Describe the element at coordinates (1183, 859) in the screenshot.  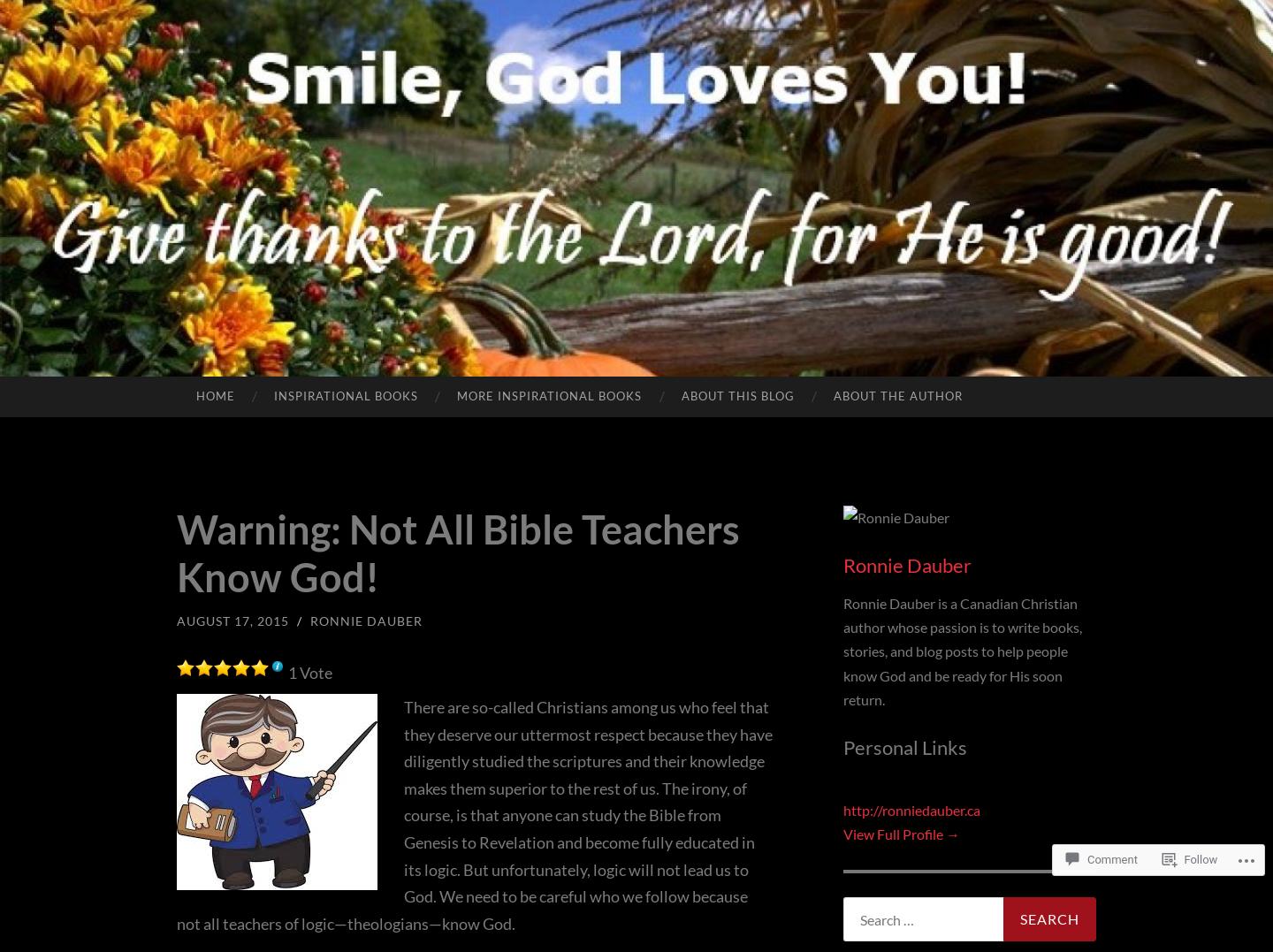
I see `'Follow'` at that location.